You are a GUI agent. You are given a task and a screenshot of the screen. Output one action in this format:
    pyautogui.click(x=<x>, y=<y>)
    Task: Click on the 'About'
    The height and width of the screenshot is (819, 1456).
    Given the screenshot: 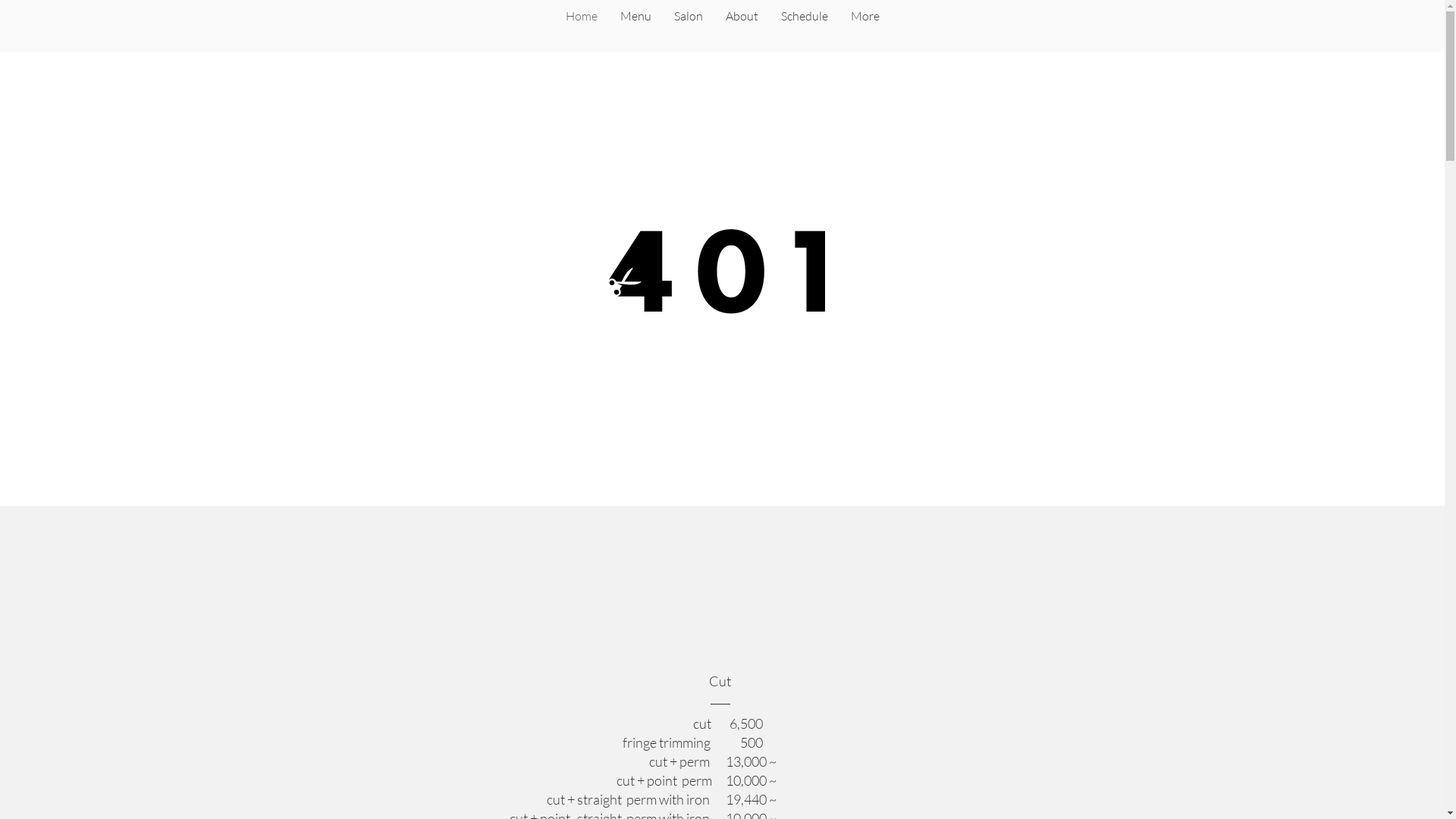 What is the action you would take?
    pyautogui.click(x=742, y=26)
    